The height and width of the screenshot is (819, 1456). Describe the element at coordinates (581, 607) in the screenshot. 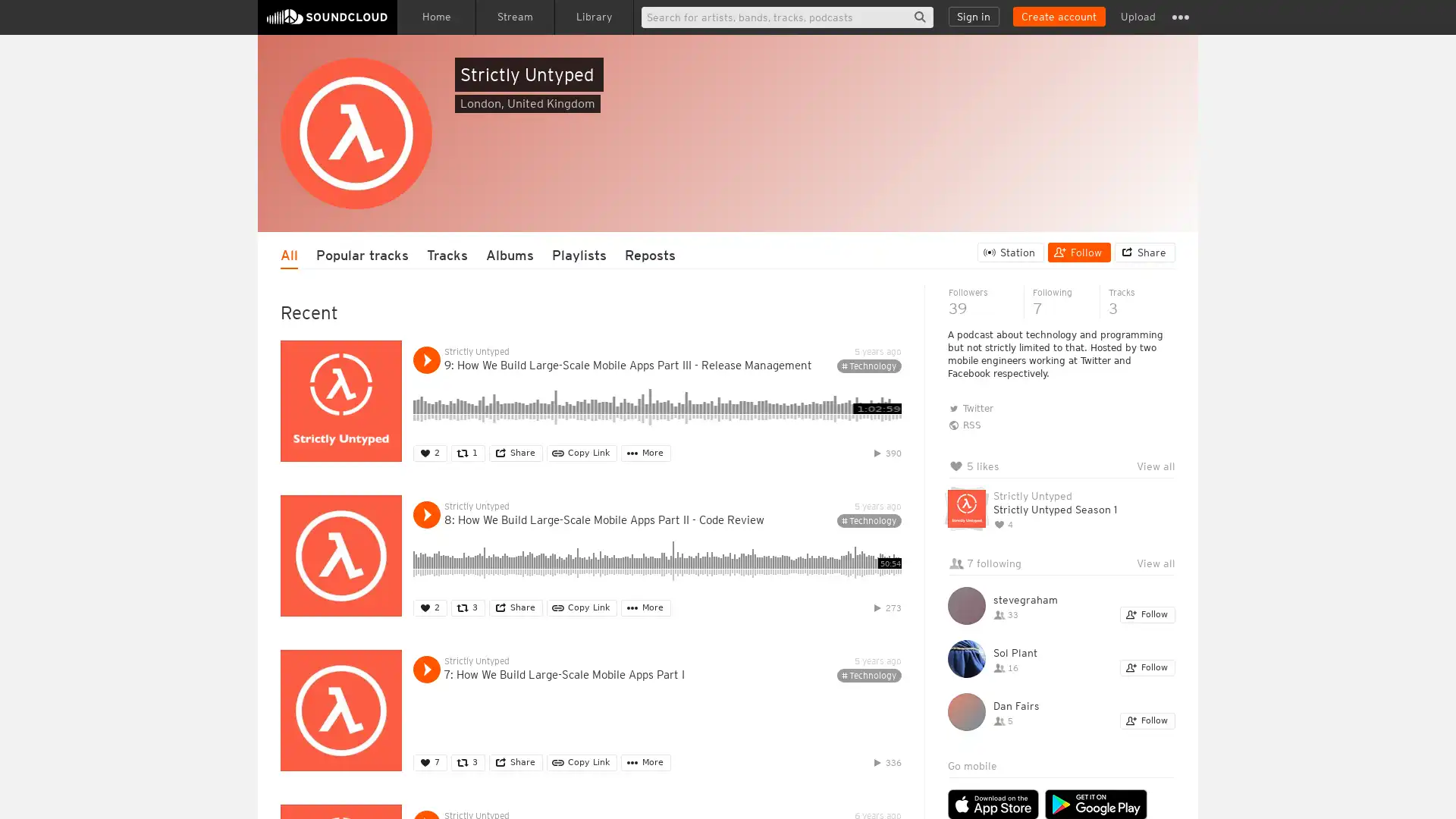

I see `Copy Link` at that location.